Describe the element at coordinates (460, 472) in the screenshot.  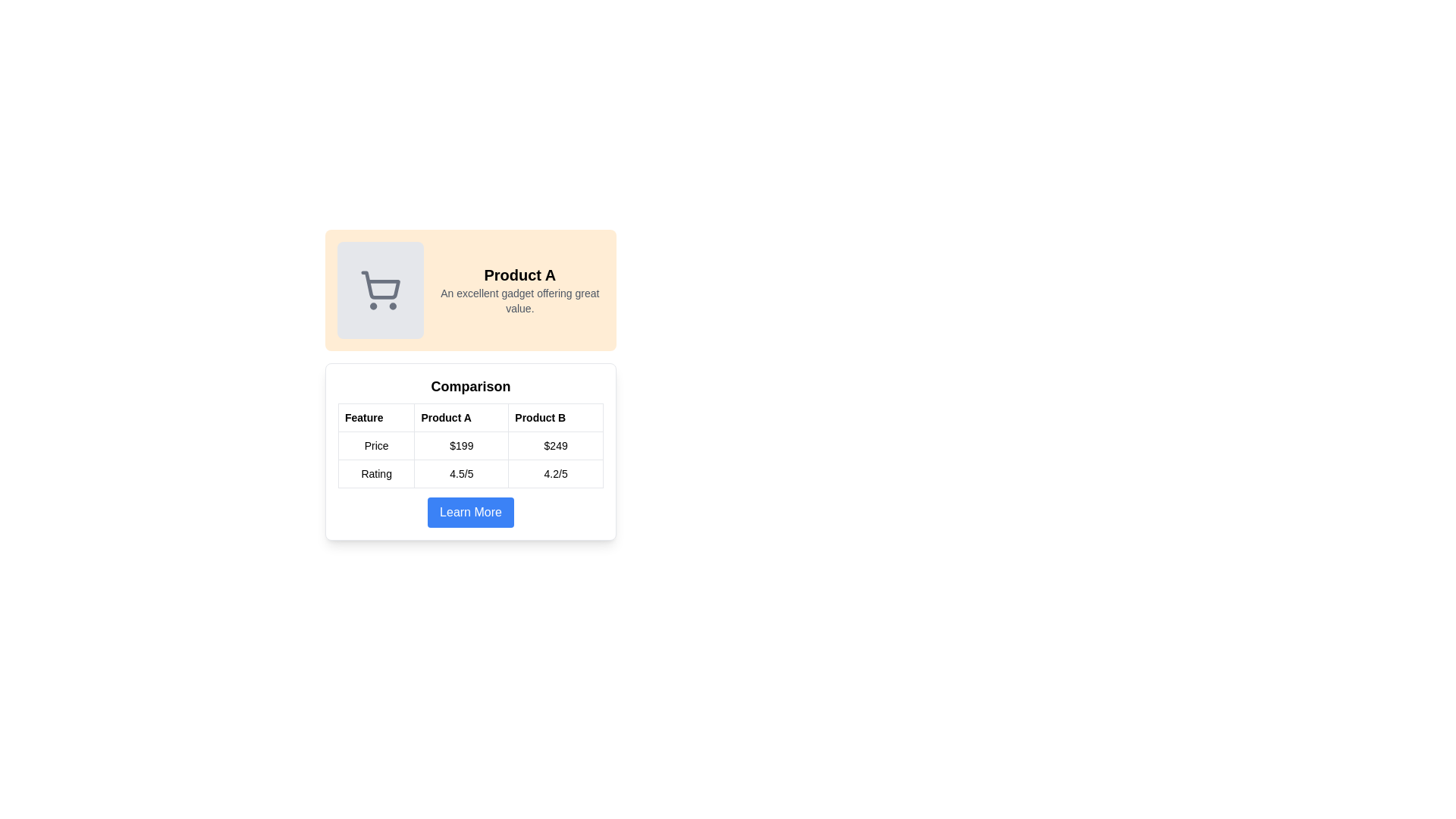
I see `the numerical rating label displaying '4.5/5' in the comparison table under the 'Product A' column` at that location.